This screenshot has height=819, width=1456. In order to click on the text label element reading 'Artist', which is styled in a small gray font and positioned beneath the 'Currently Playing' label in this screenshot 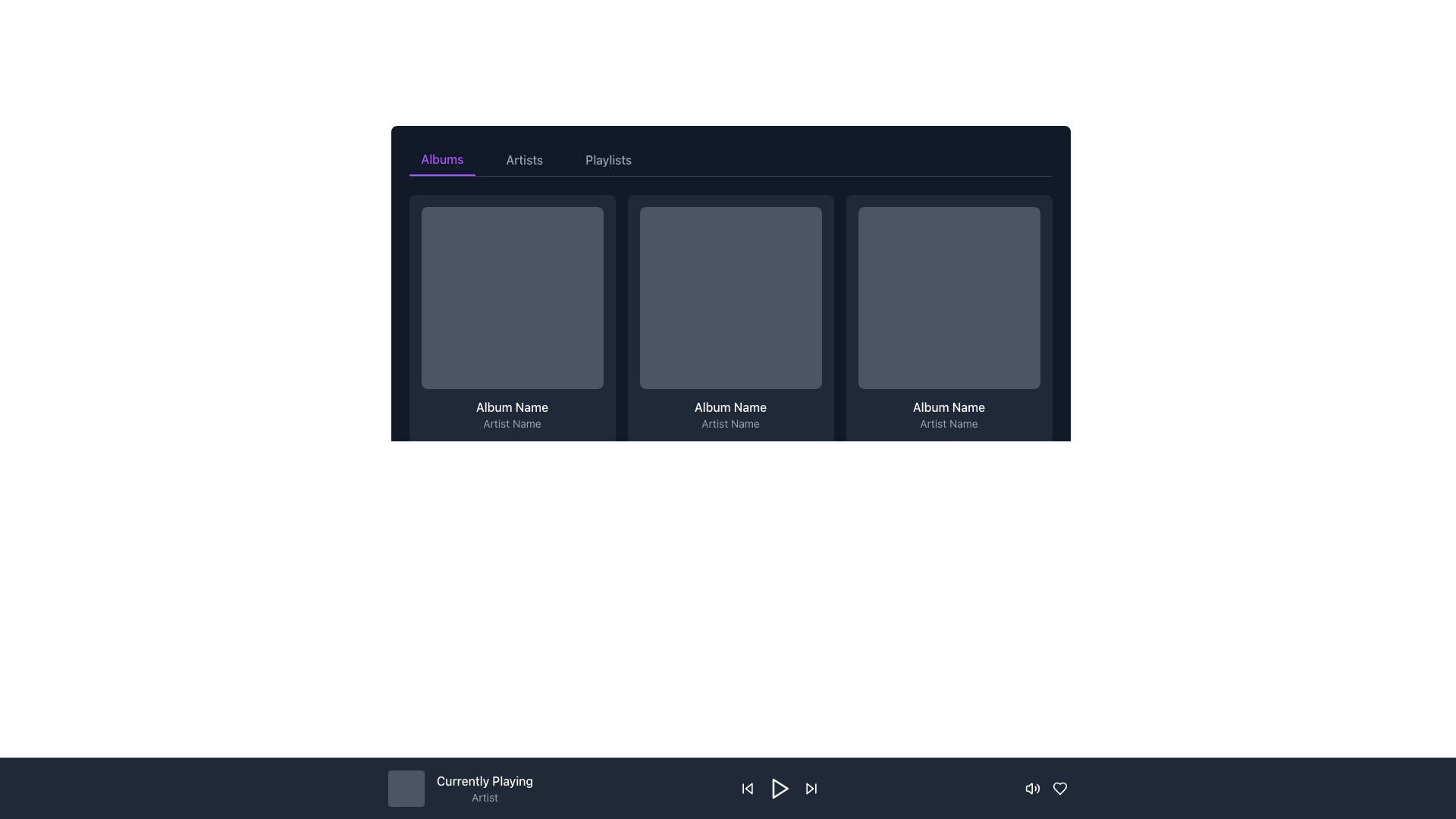, I will do `click(484, 797)`.